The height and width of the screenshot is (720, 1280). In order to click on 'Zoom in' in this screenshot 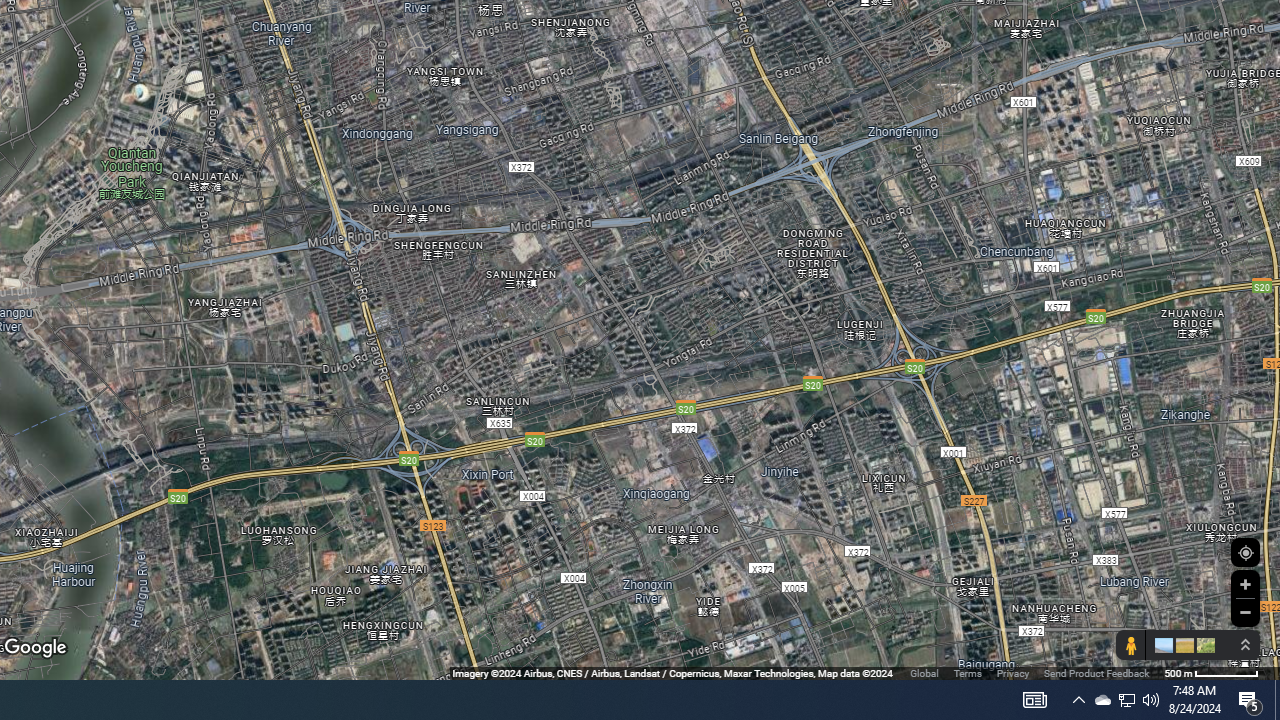, I will do `click(1244, 584)`.